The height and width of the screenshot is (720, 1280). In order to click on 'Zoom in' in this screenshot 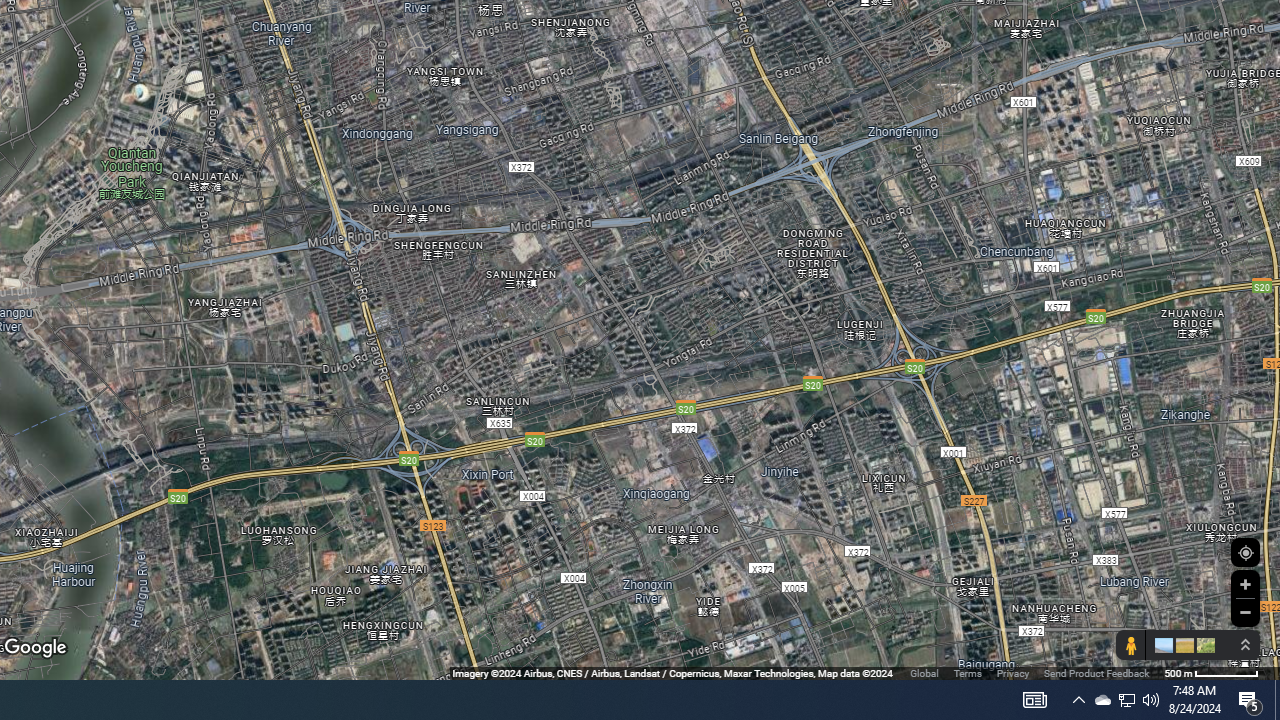, I will do `click(1244, 584)`.